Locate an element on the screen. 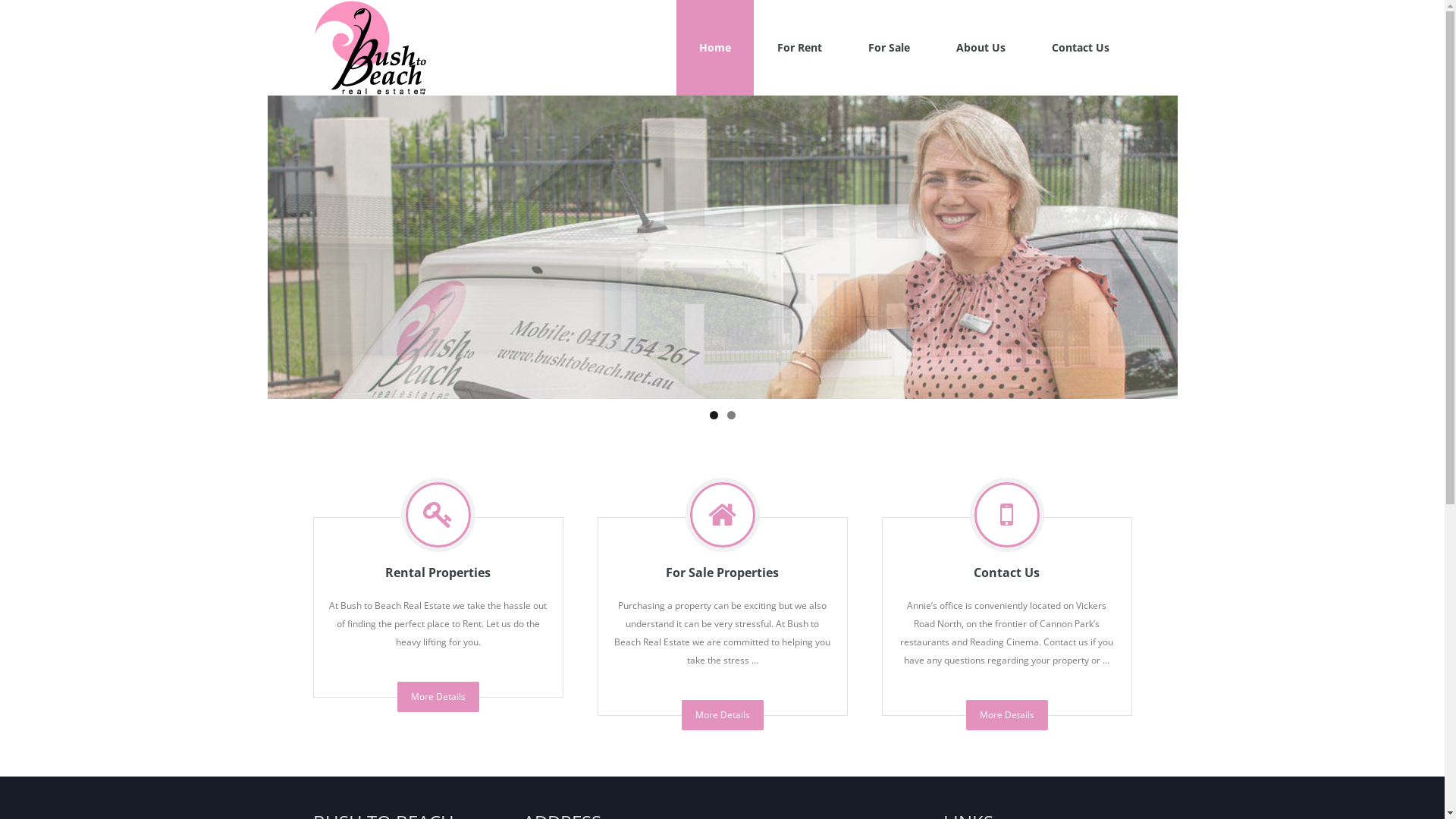  'For Sale' is located at coordinates (888, 46).